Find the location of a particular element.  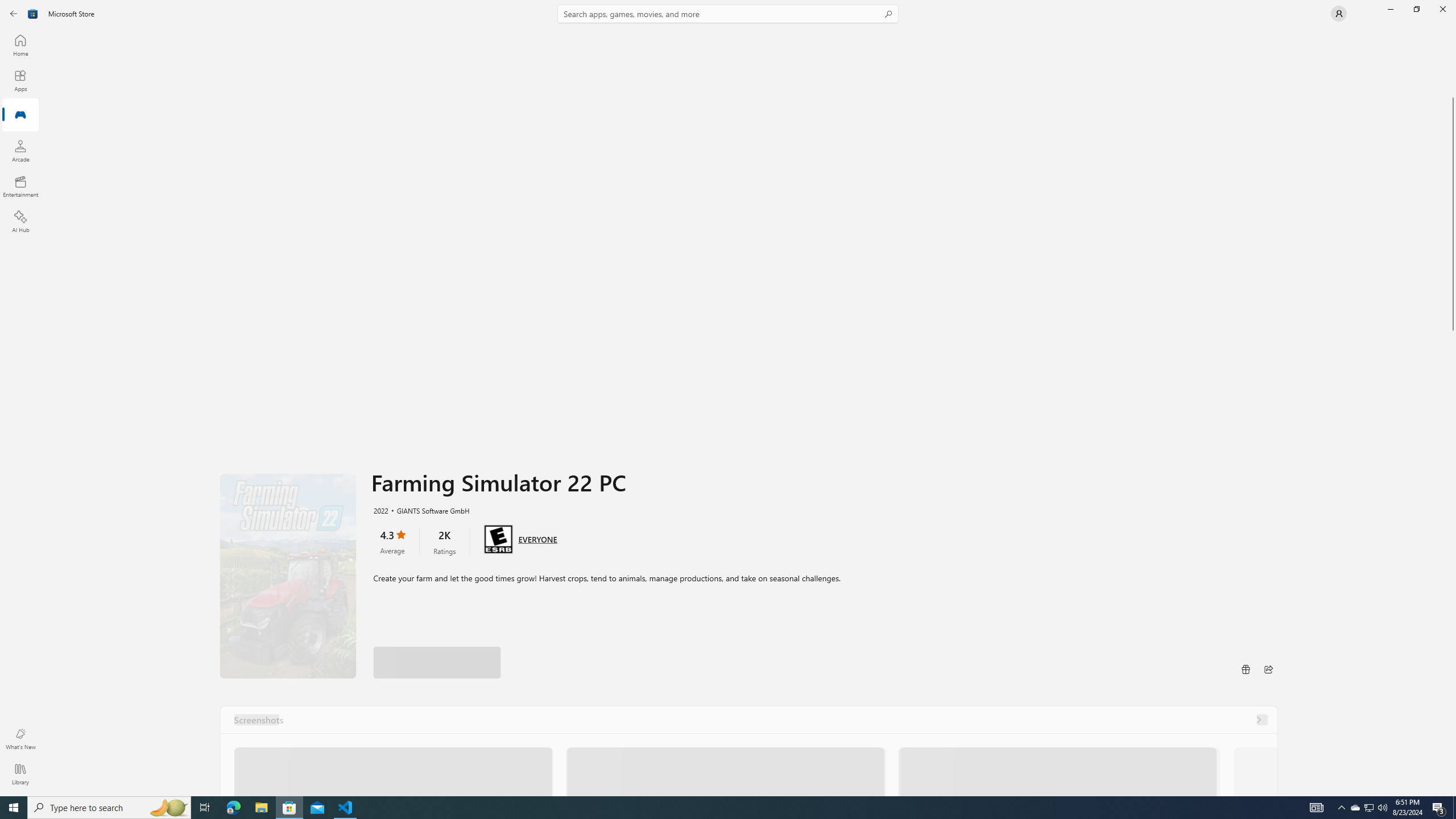

'Vertical' is located at coordinates (1451, 412).